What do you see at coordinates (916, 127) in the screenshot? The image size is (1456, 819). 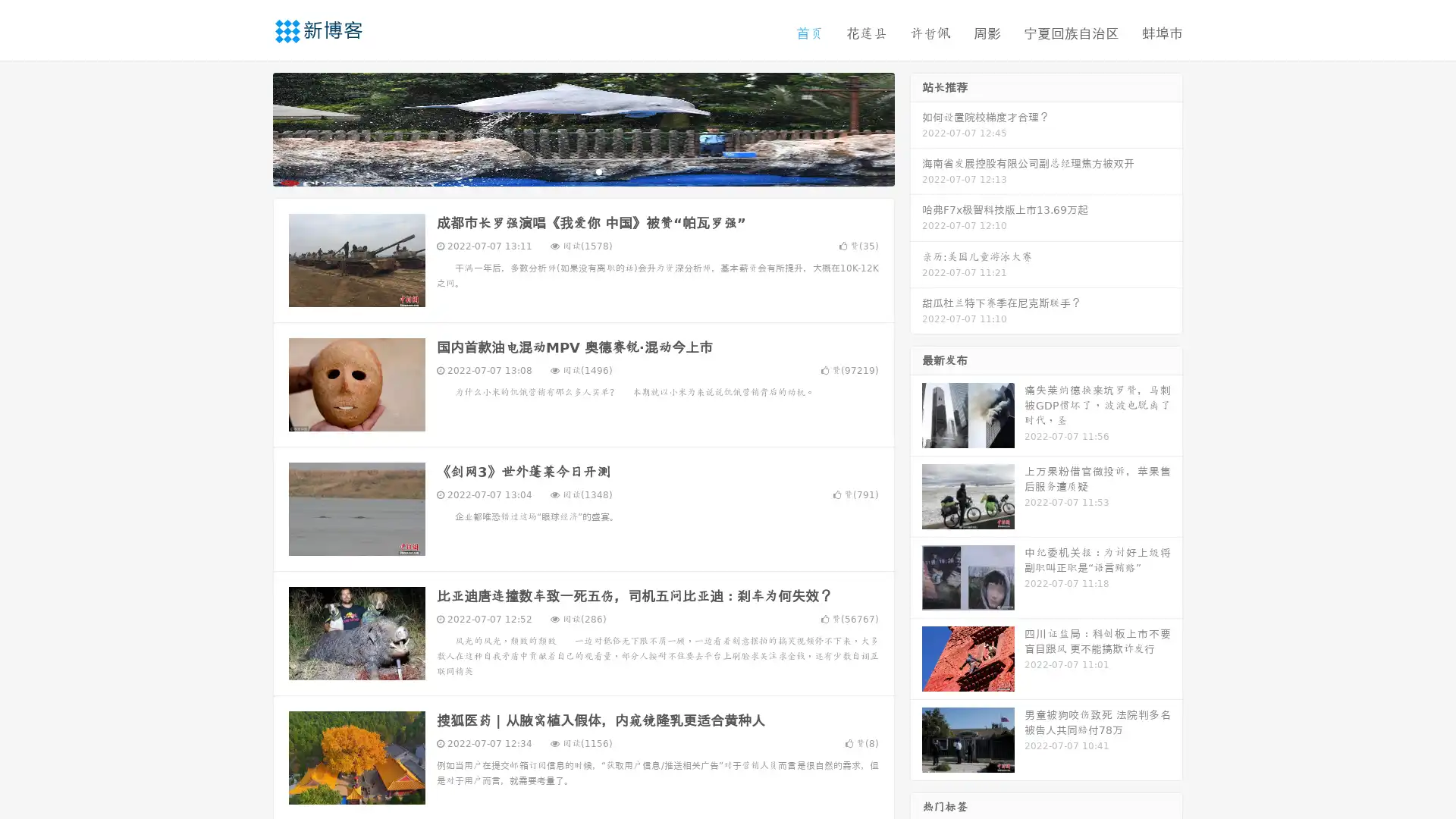 I see `Next slide` at bounding box center [916, 127].